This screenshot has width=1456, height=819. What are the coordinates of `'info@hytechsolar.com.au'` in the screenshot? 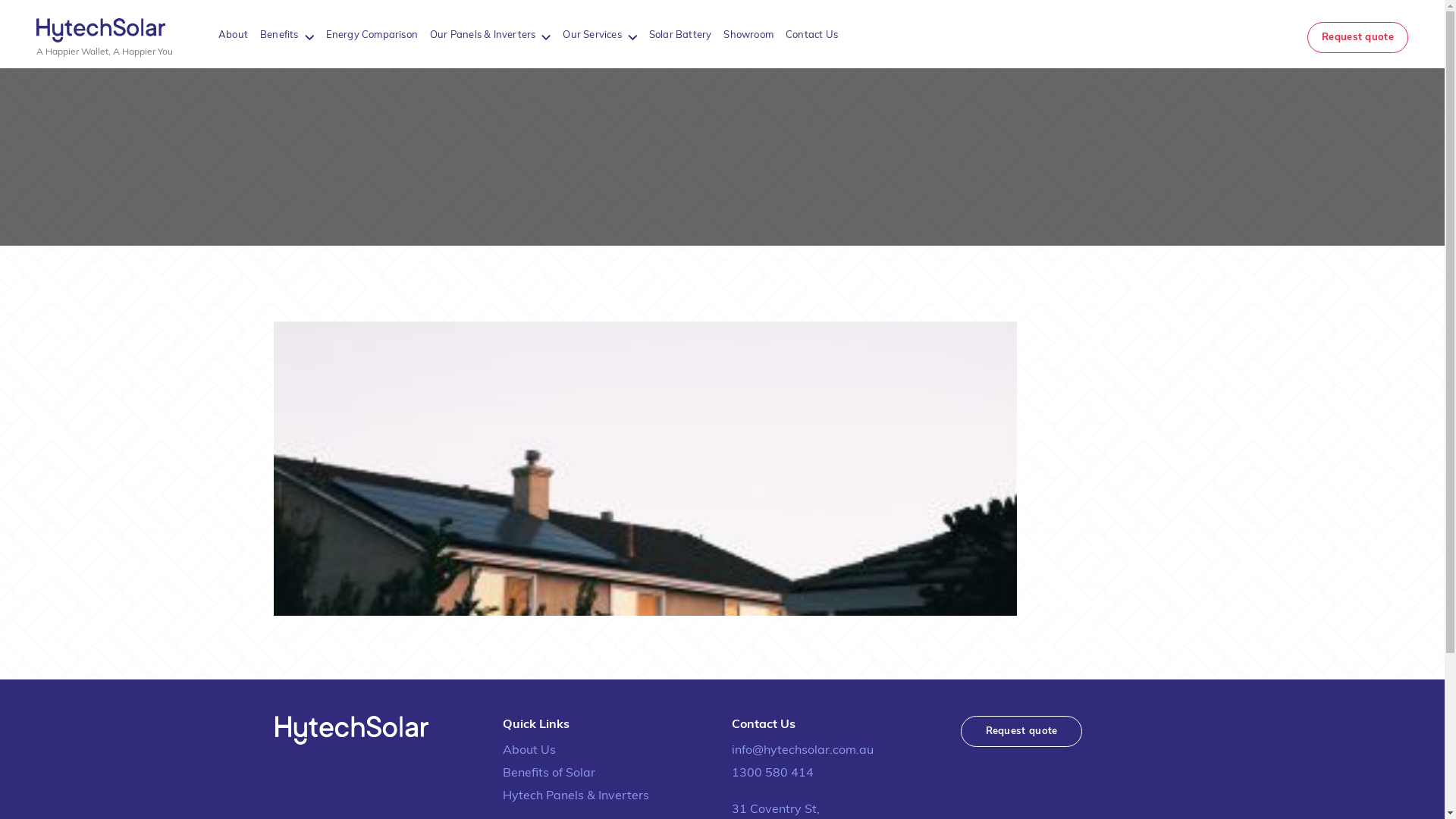 It's located at (836, 751).